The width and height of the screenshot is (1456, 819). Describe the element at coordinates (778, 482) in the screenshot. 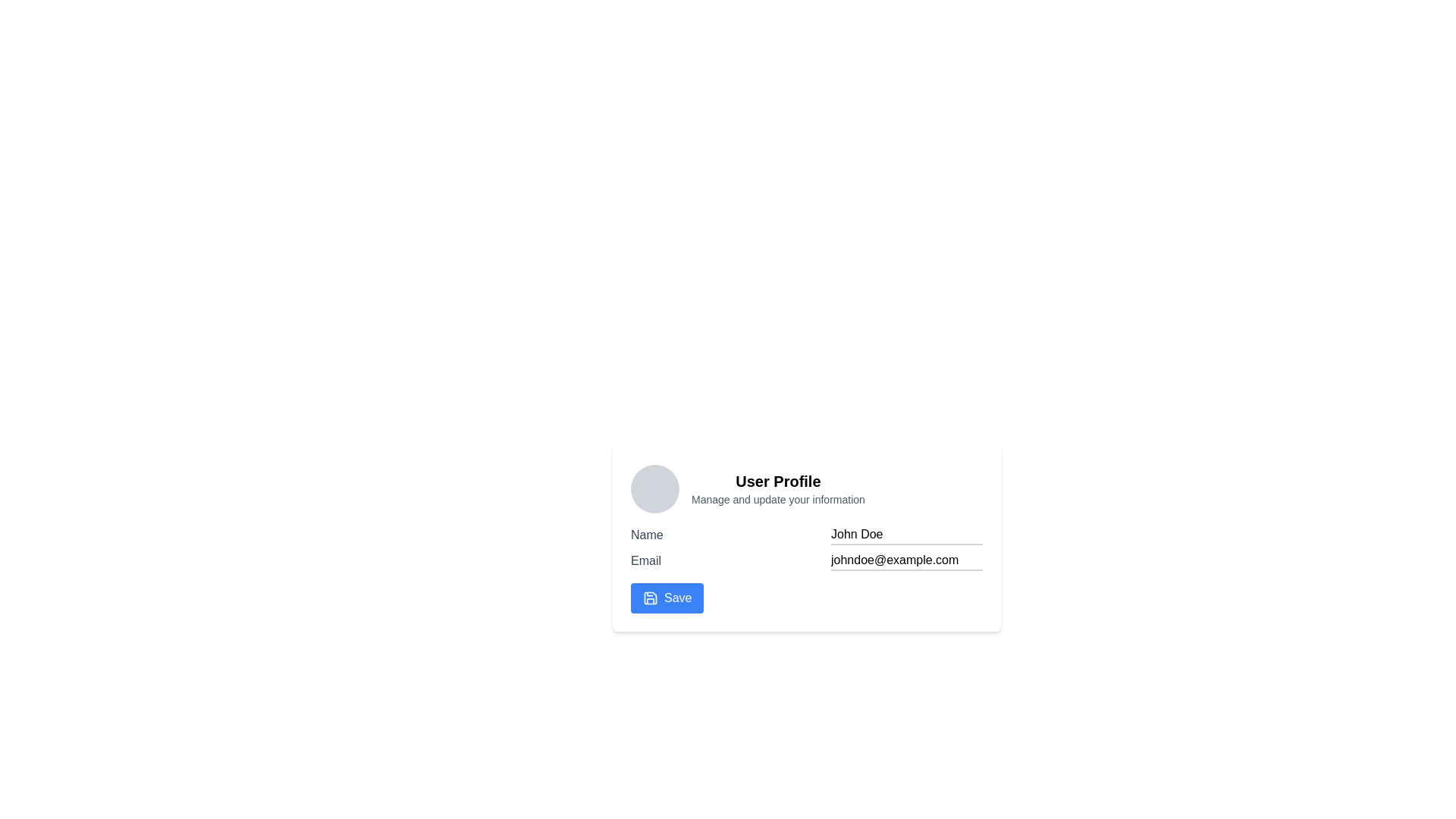

I see `text of the 'User Profile' heading, which is a bold title displayed prominently at the top of the user profile section` at that location.